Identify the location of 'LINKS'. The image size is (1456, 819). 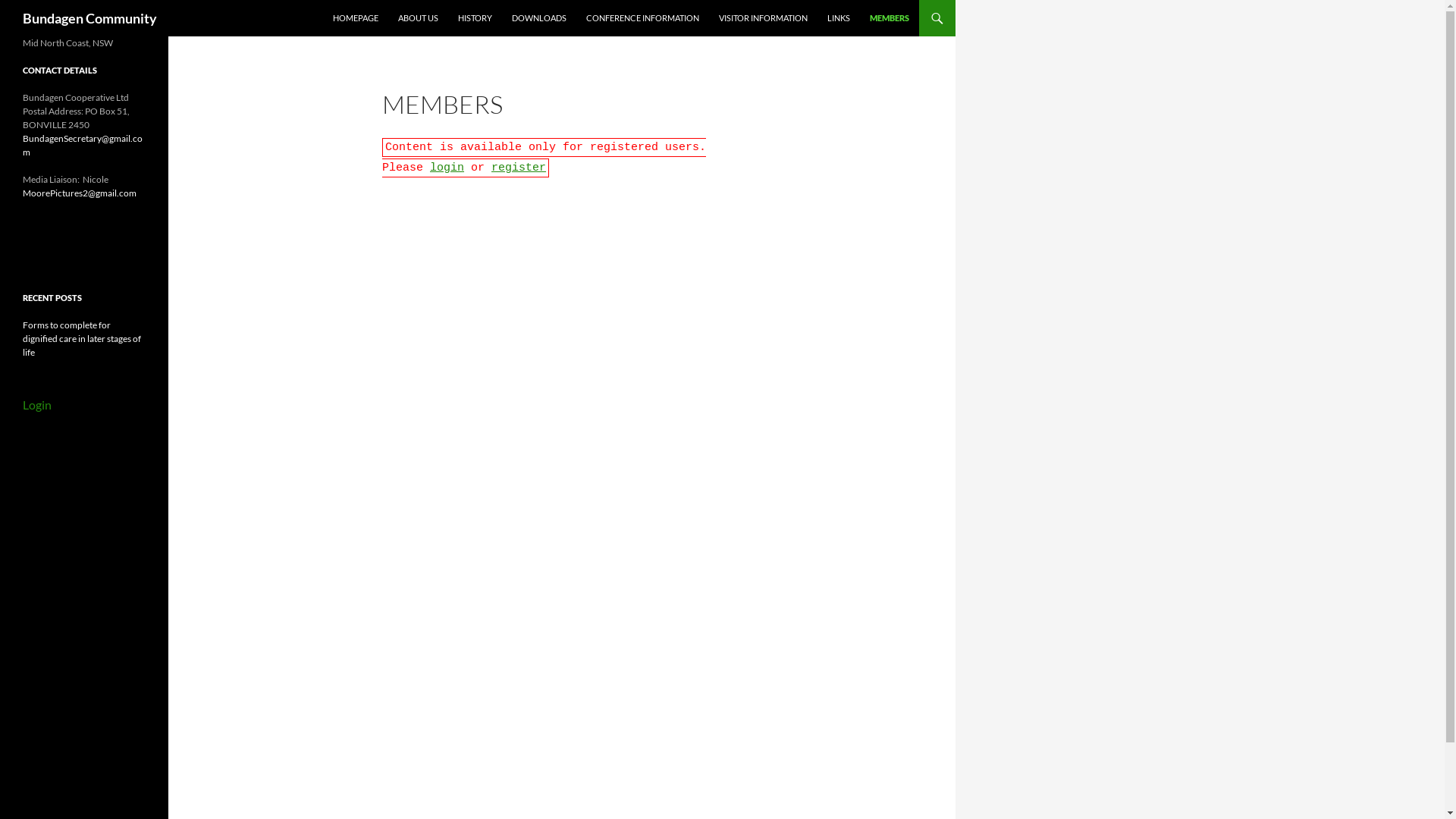
(837, 17).